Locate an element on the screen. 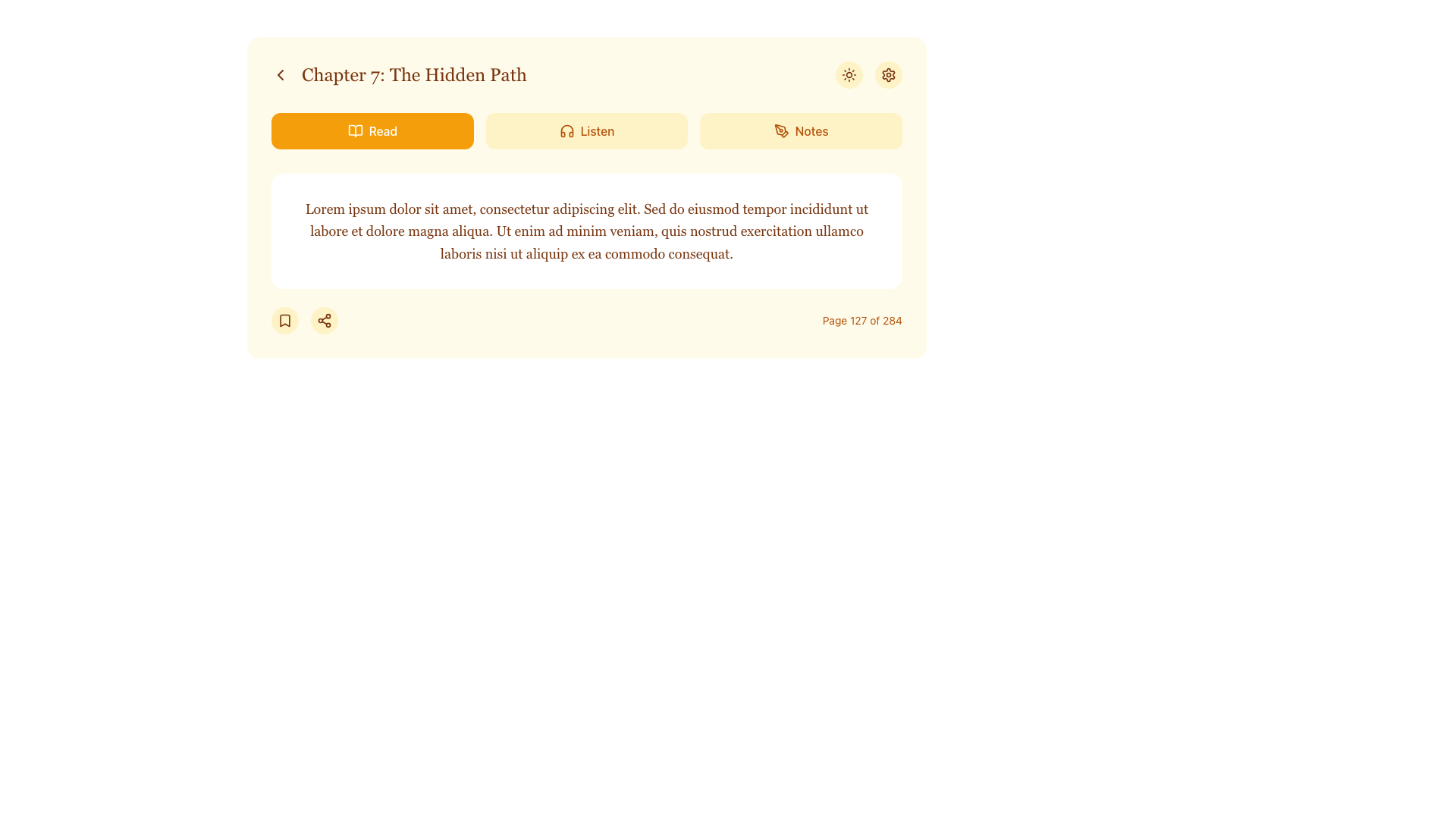  the back button icon located at the far left of the navigation interface is located at coordinates (280, 75).